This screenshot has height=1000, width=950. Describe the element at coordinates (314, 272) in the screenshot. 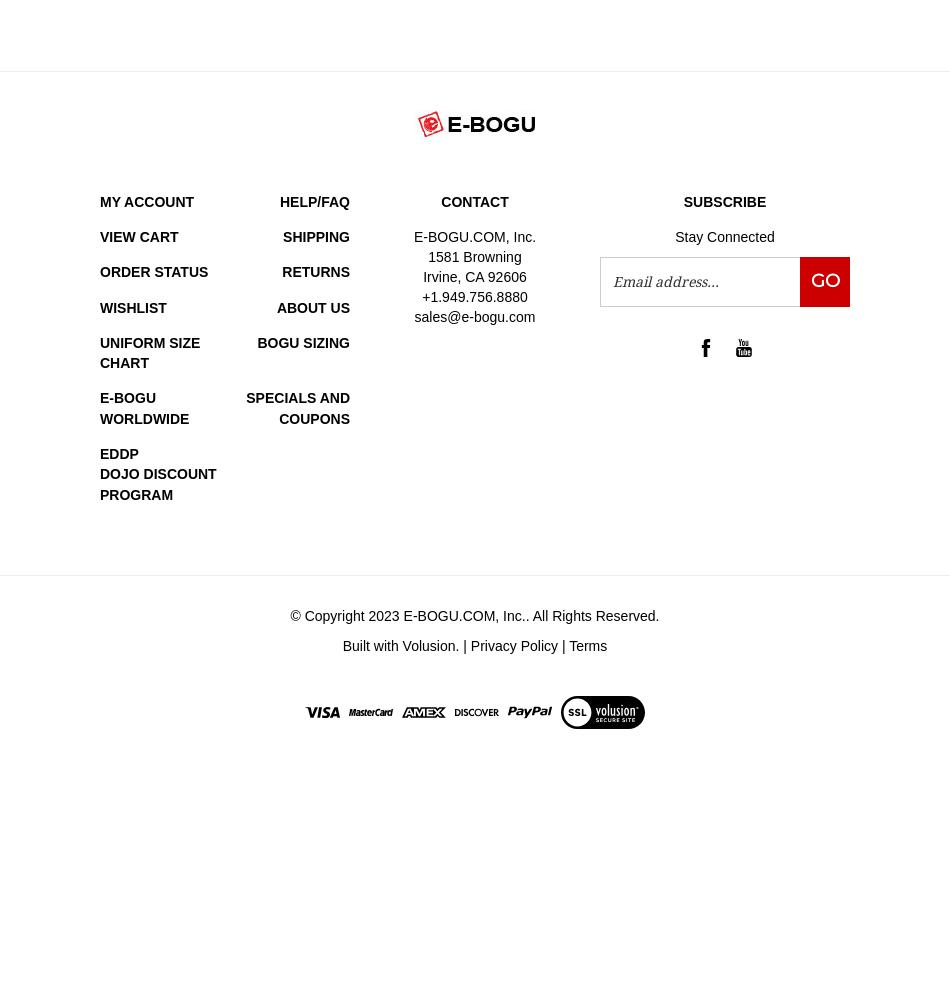

I see `'Returns'` at that location.